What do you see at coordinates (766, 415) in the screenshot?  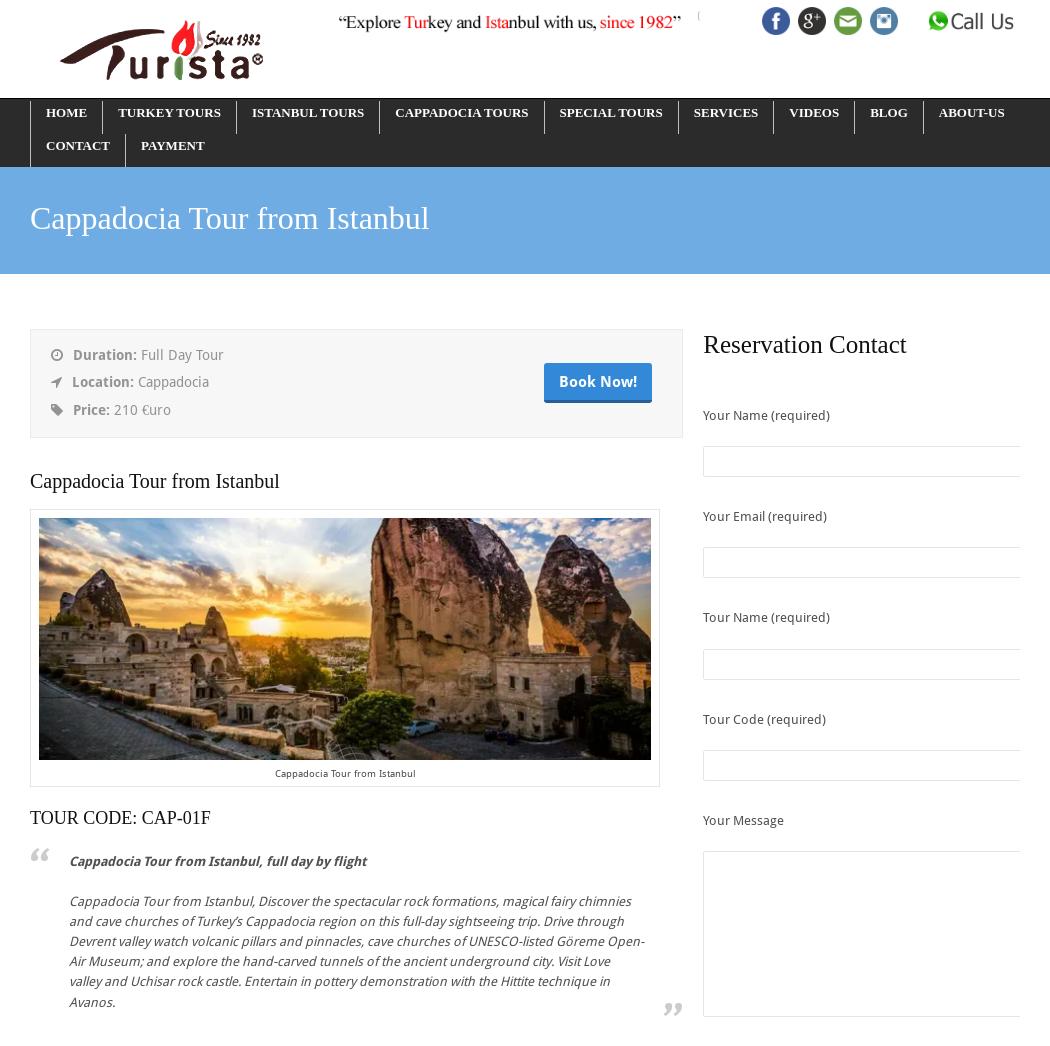 I see `'Your Name (required)'` at bounding box center [766, 415].